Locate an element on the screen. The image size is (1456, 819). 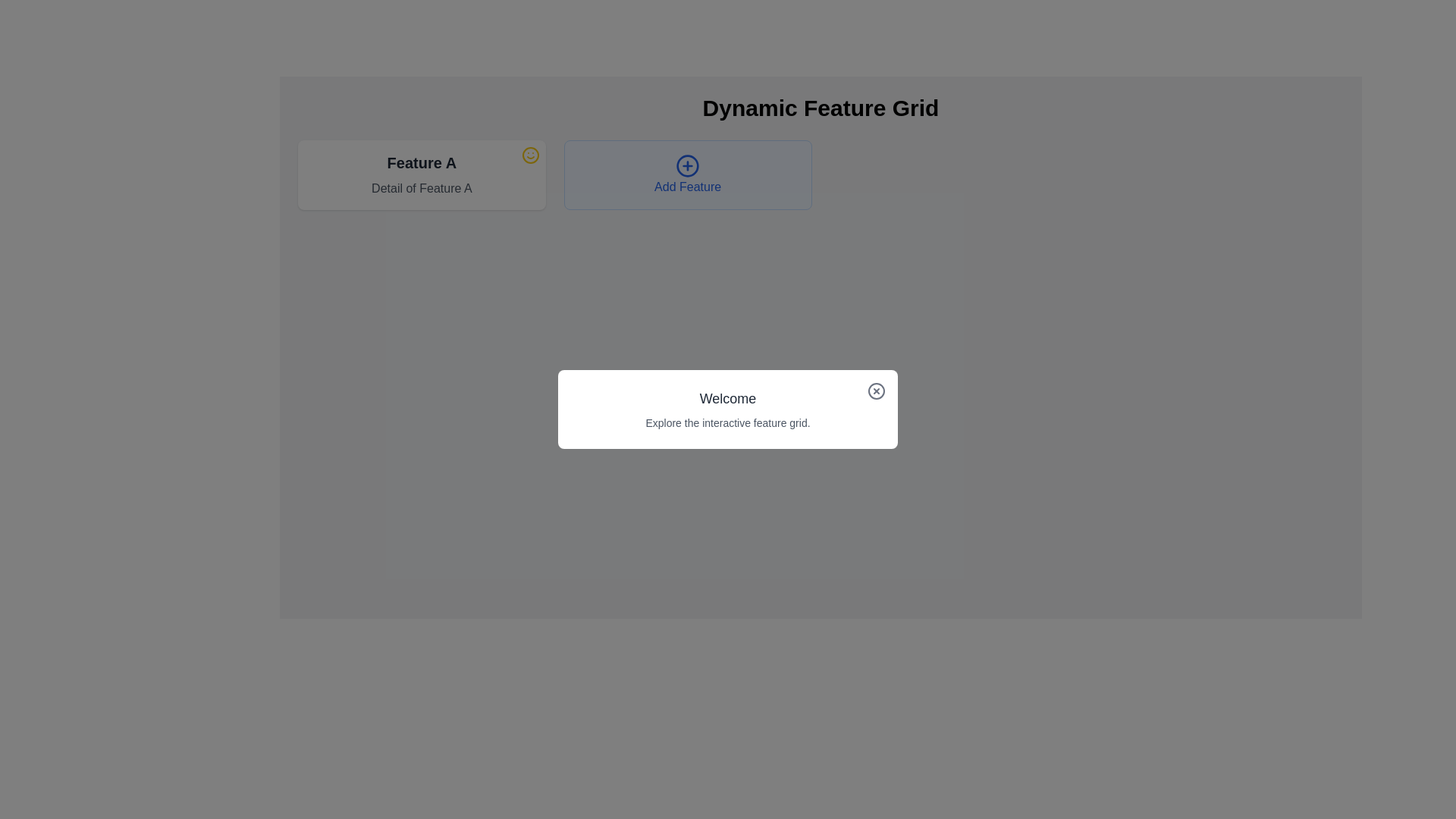
the 'Add Feature' text label, which is styled with a blue font and located beneath a circular '+' icon within a light blue rectangle is located at coordinates (687, 186).